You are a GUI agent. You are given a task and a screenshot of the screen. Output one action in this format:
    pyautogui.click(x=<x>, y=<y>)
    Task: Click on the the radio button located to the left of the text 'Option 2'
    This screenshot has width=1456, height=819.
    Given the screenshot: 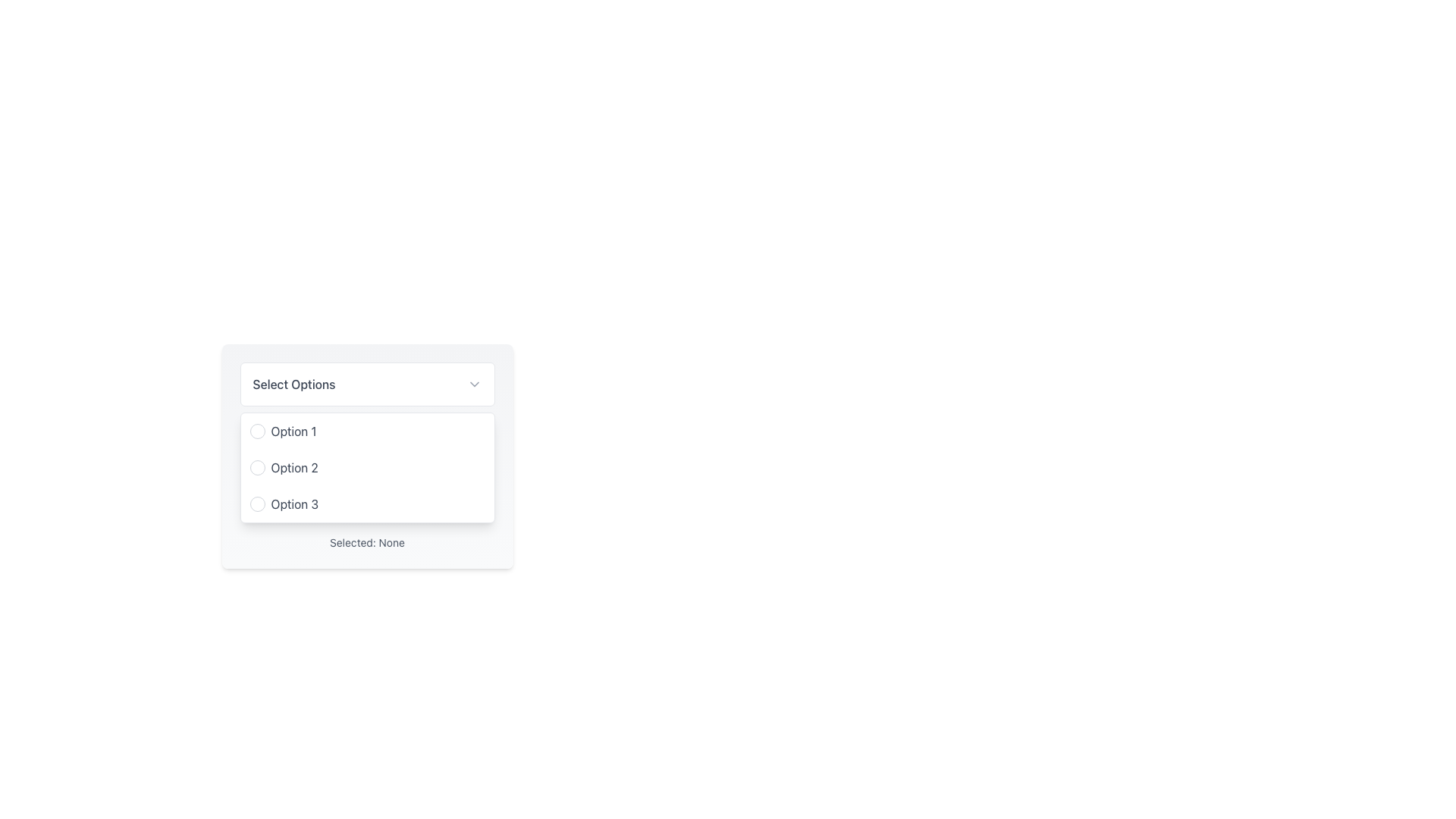 What is the action you would take?
    pyautogui.click(x=257, y=467)
    